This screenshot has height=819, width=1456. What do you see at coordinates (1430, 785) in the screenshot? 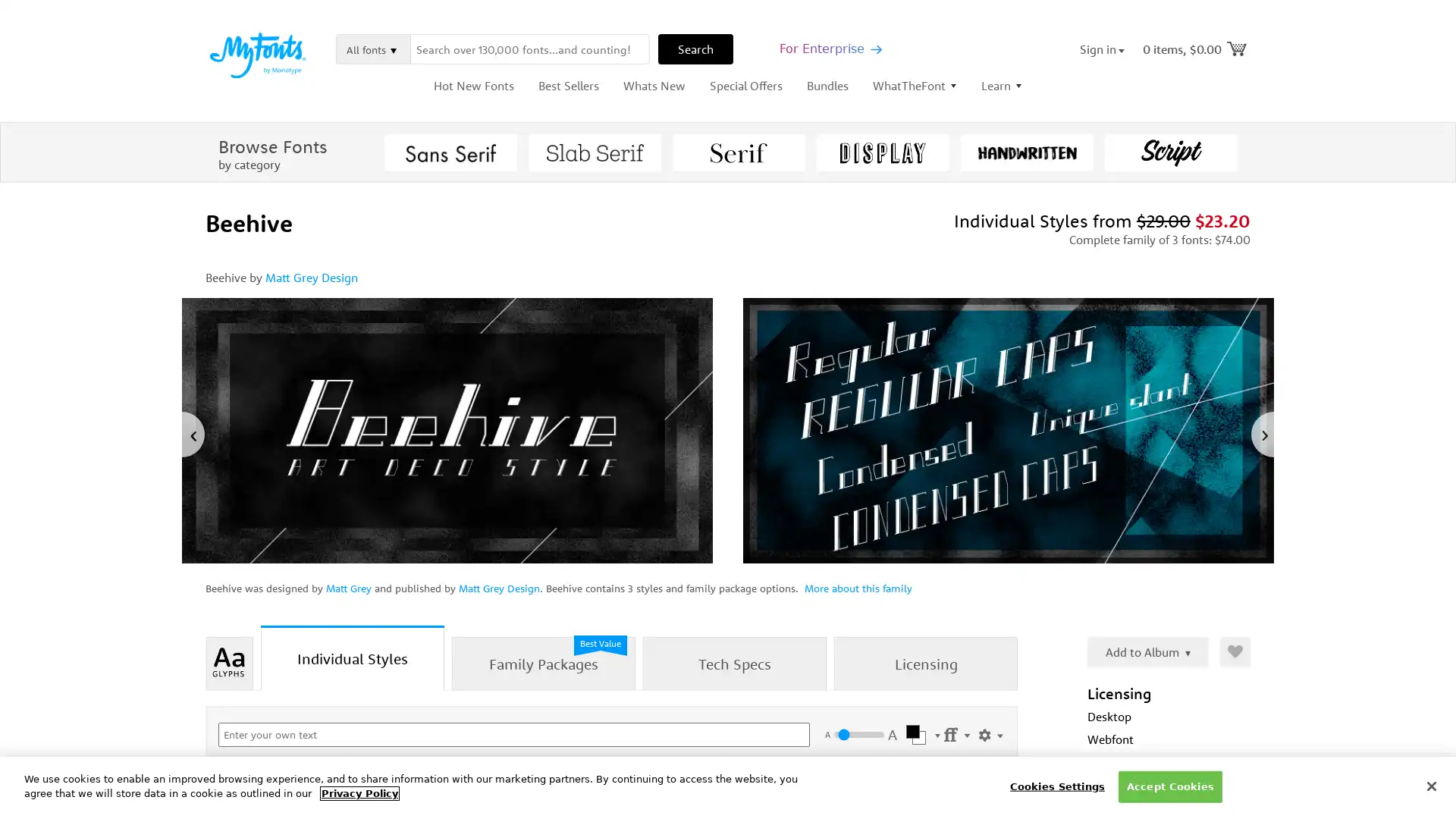
I see `Close` at bounding box center [1430, 785].